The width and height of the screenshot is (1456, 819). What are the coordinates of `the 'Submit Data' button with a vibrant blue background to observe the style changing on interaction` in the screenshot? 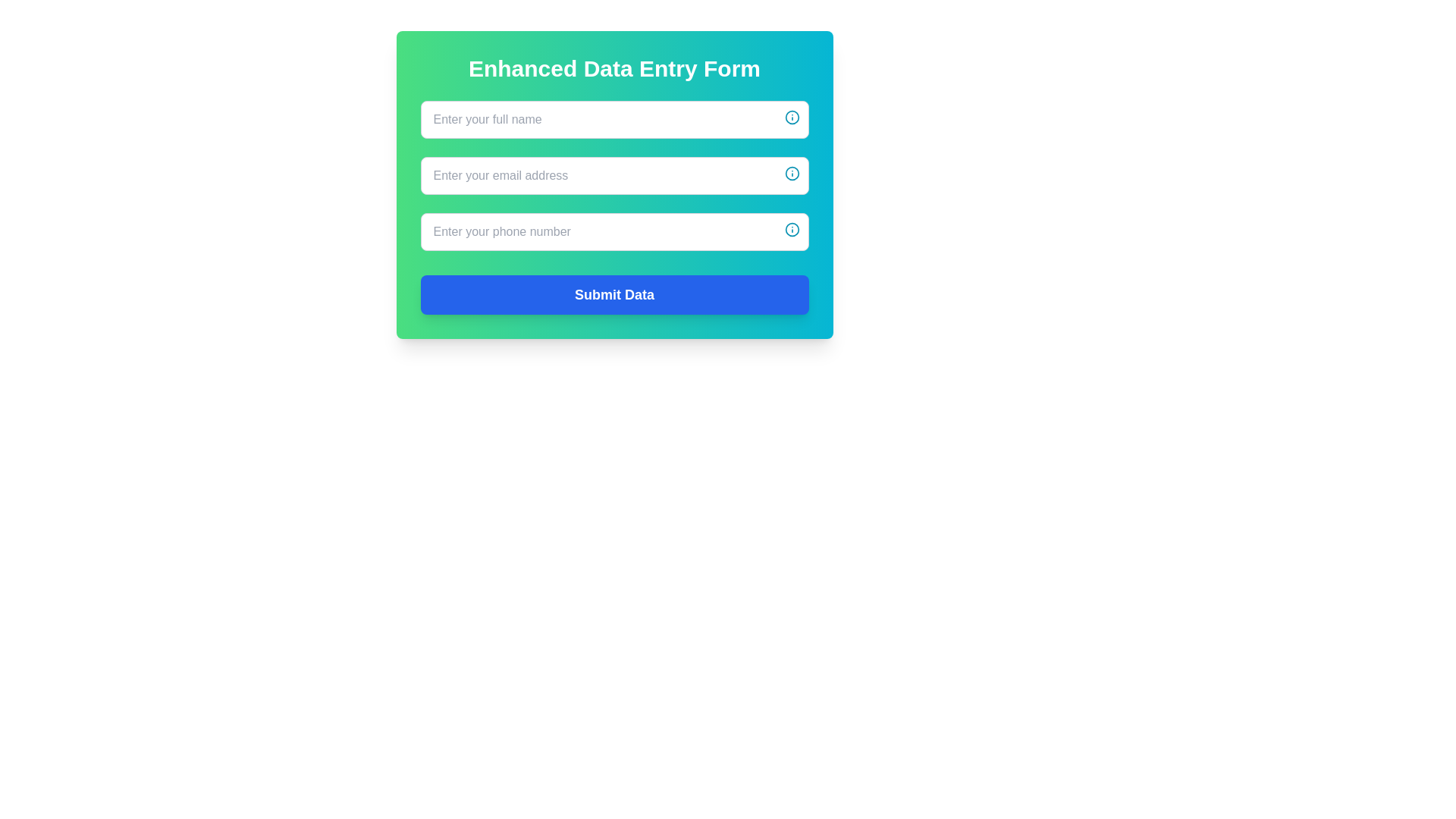 It's located at (614, 295).